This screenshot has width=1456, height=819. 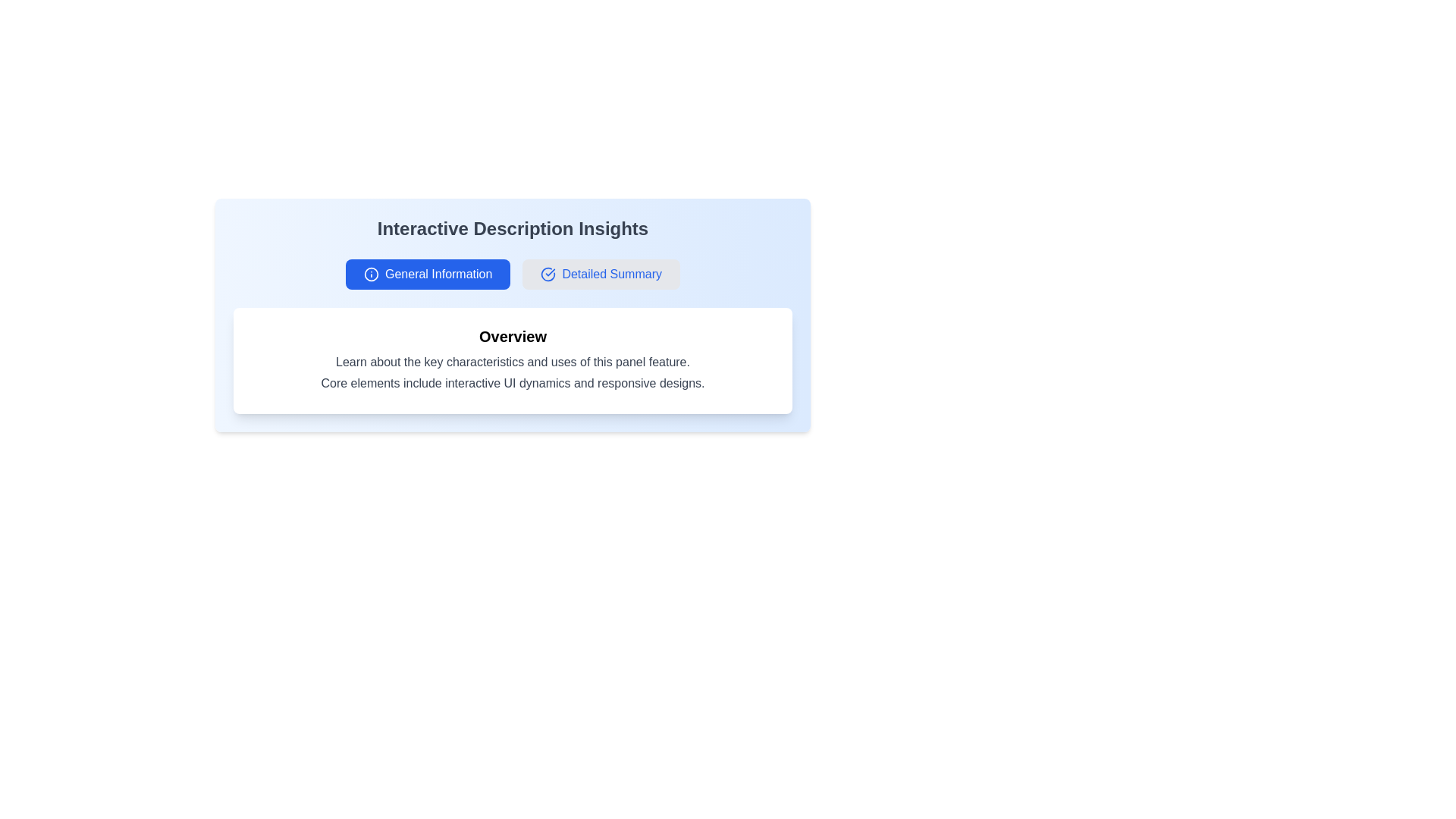 I want to click on the circular icon with a checkmark inside, styled with a flat design and a blue border, located next to the text 'Detailed Summary', so click(x=548, y=275).